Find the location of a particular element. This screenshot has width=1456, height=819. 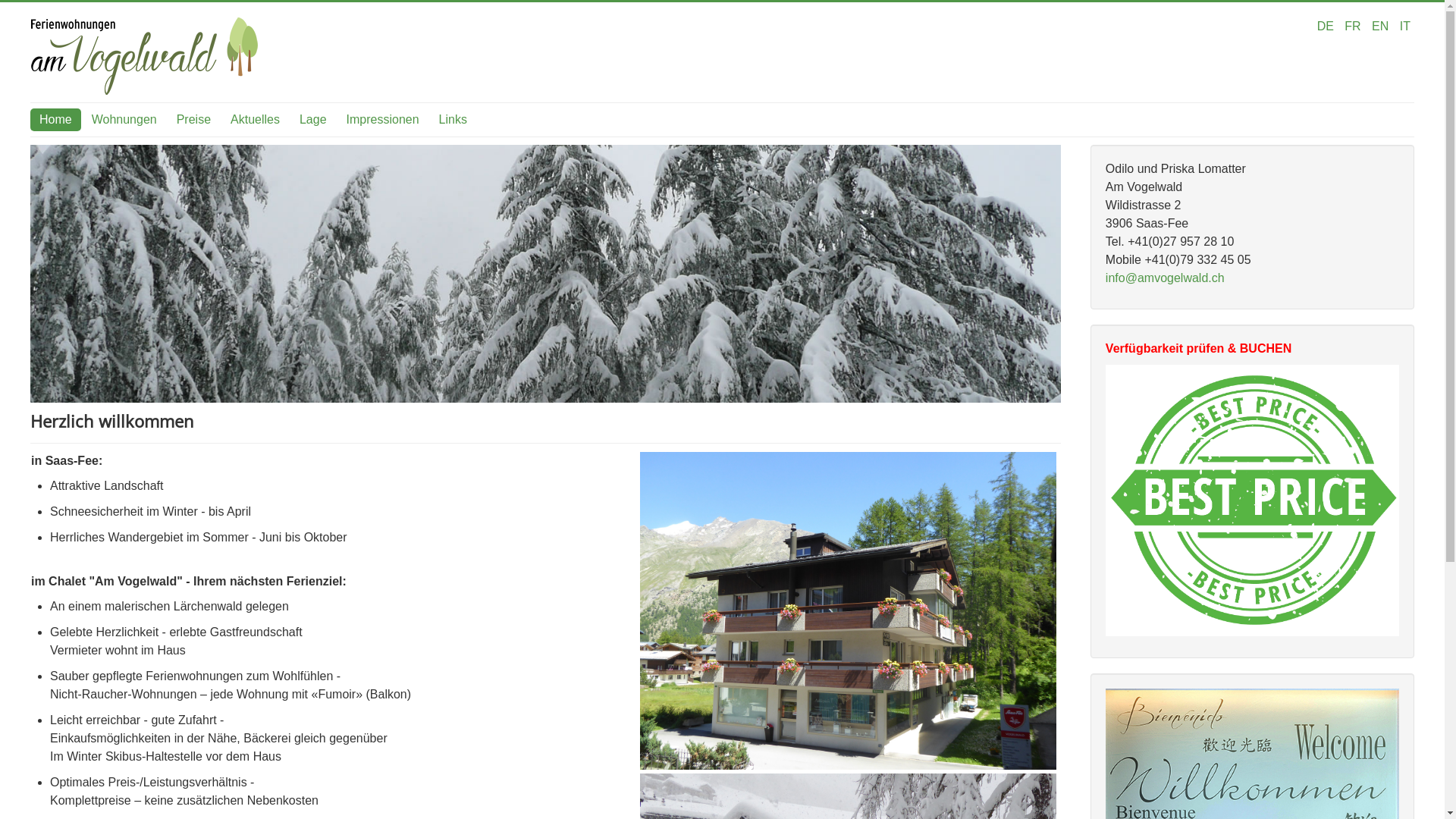

'DE' is located at coordinates (1326, 26).